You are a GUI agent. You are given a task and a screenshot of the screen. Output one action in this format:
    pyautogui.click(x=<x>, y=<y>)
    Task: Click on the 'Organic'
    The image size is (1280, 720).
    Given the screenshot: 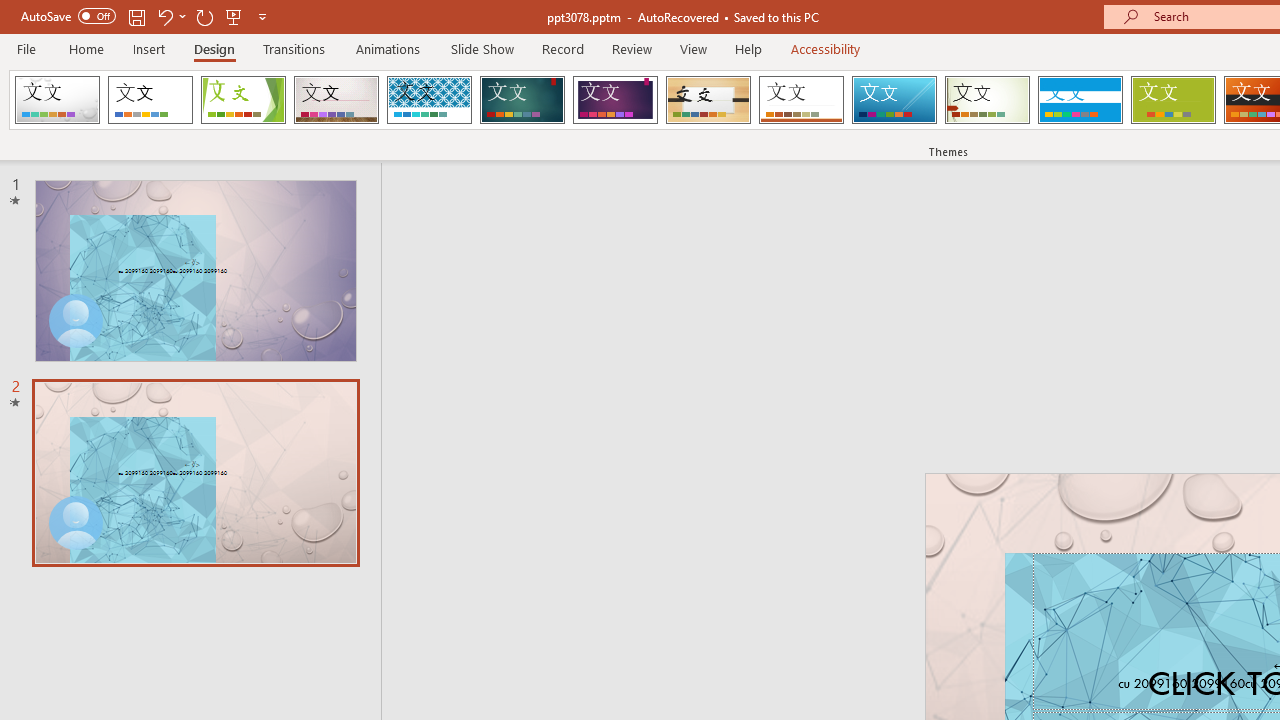 What is the action you would take?
    pyautogui.click(x=708, y=100)
    